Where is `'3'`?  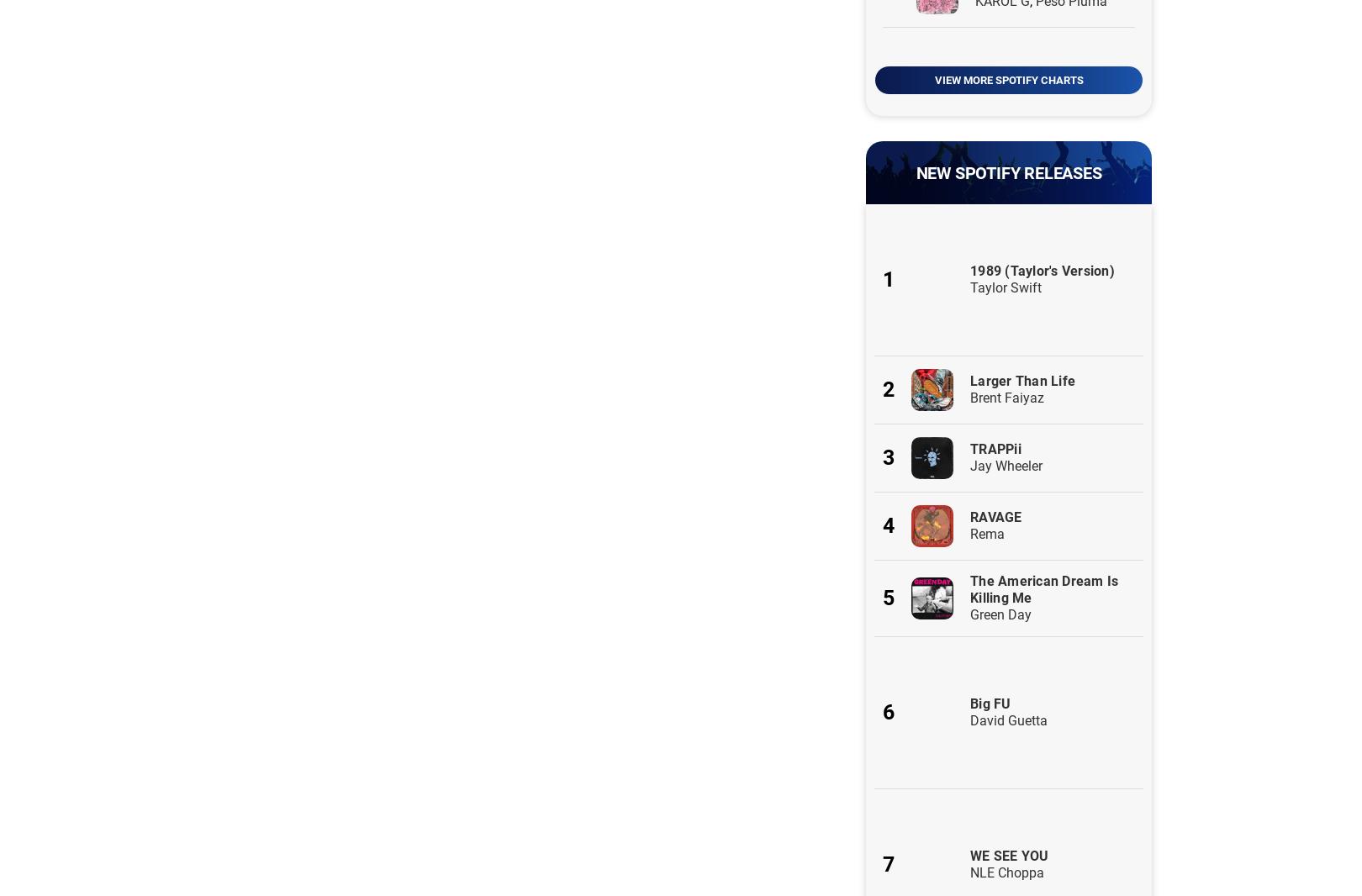 '3' is located at coordinates (888, 456).